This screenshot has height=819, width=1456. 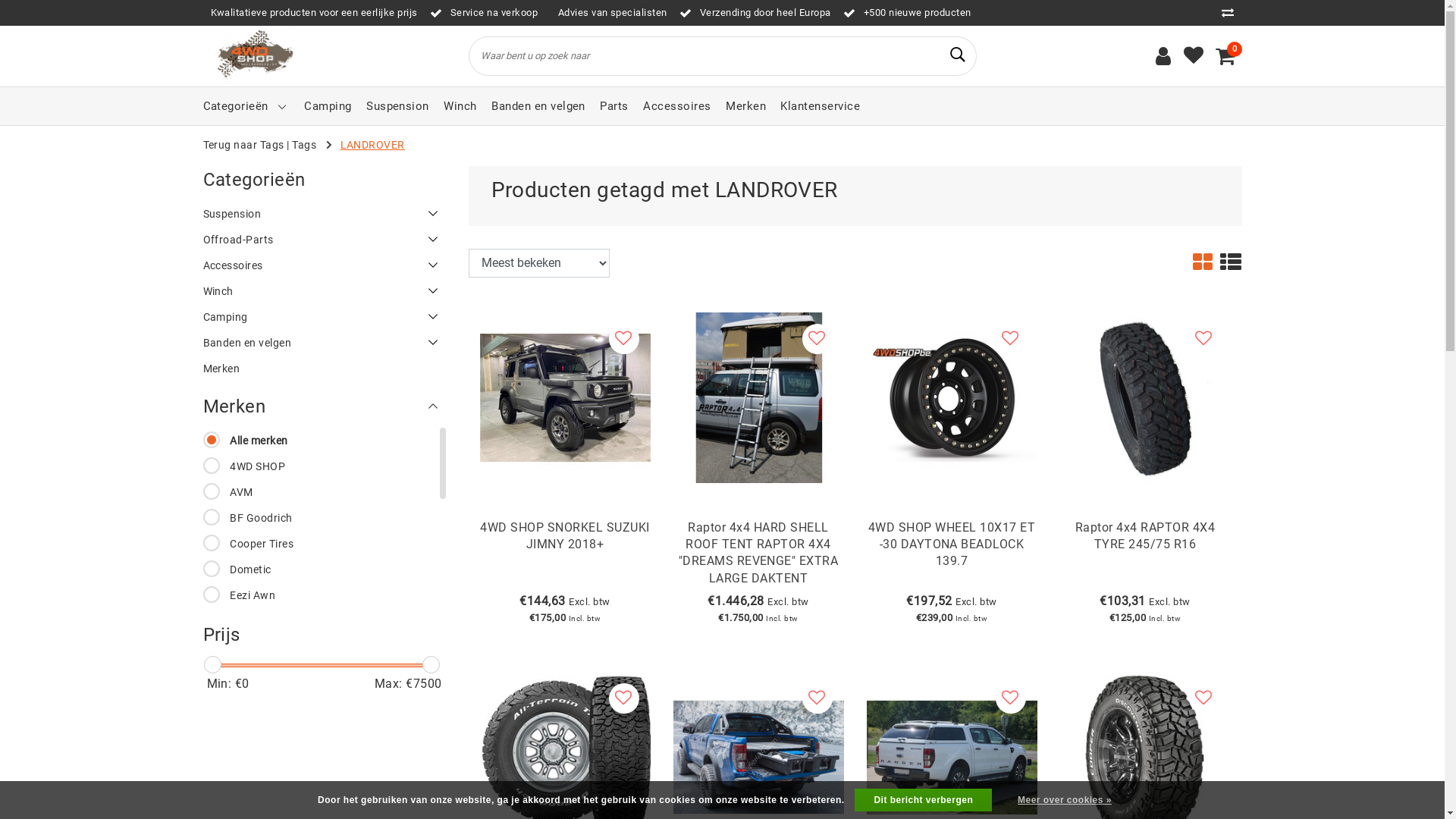 I want to click on 'Accessoires', so click(x=676, y=105).